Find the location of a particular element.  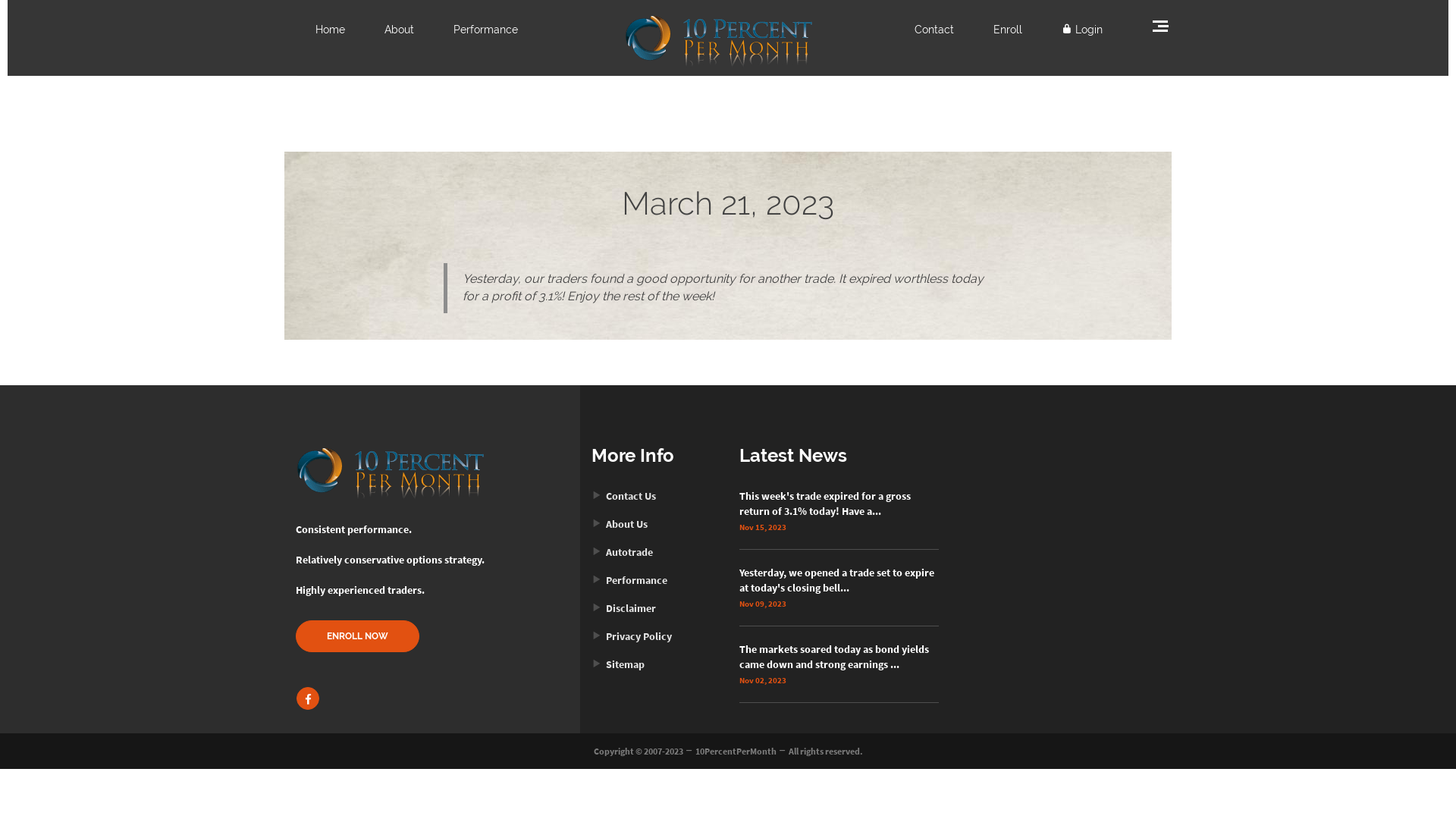

'ENROLL NOW' is located at coordinates (356, 636).